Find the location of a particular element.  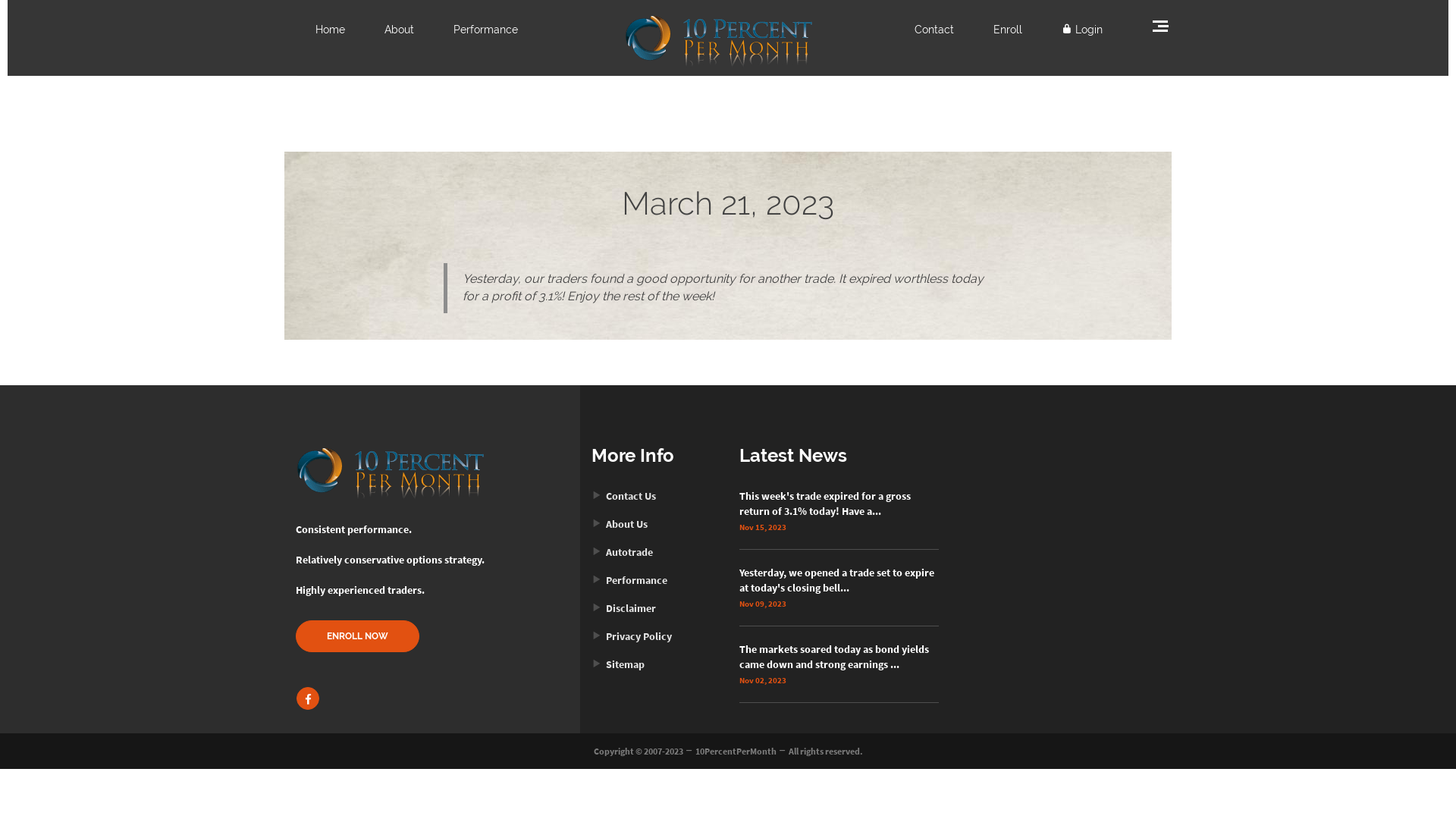

'ENROLL NOW' is located at coordinates (356, 636).